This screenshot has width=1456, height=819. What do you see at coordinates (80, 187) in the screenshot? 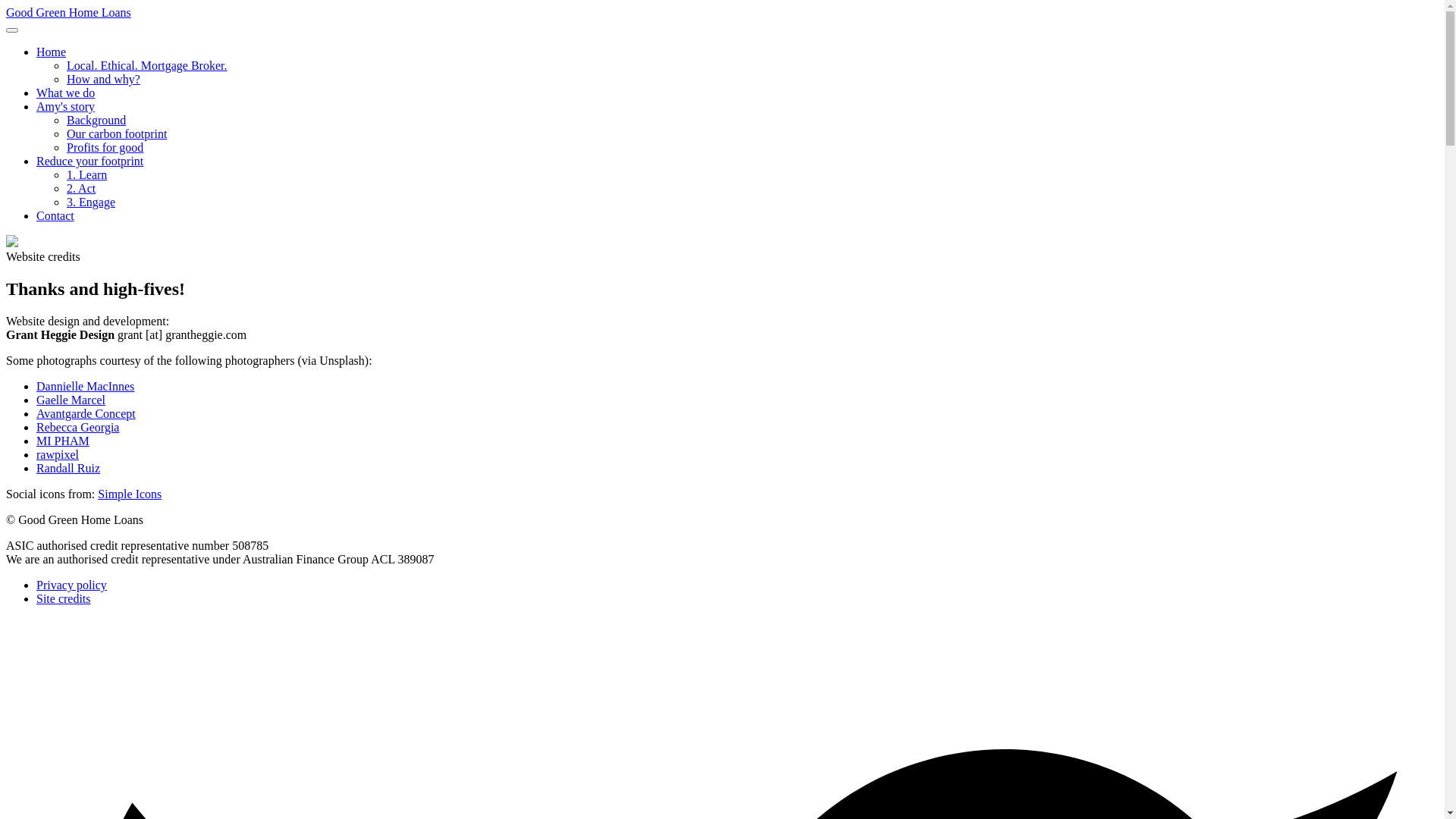
I see `'2. Act'` at bounding box center [80, 187].